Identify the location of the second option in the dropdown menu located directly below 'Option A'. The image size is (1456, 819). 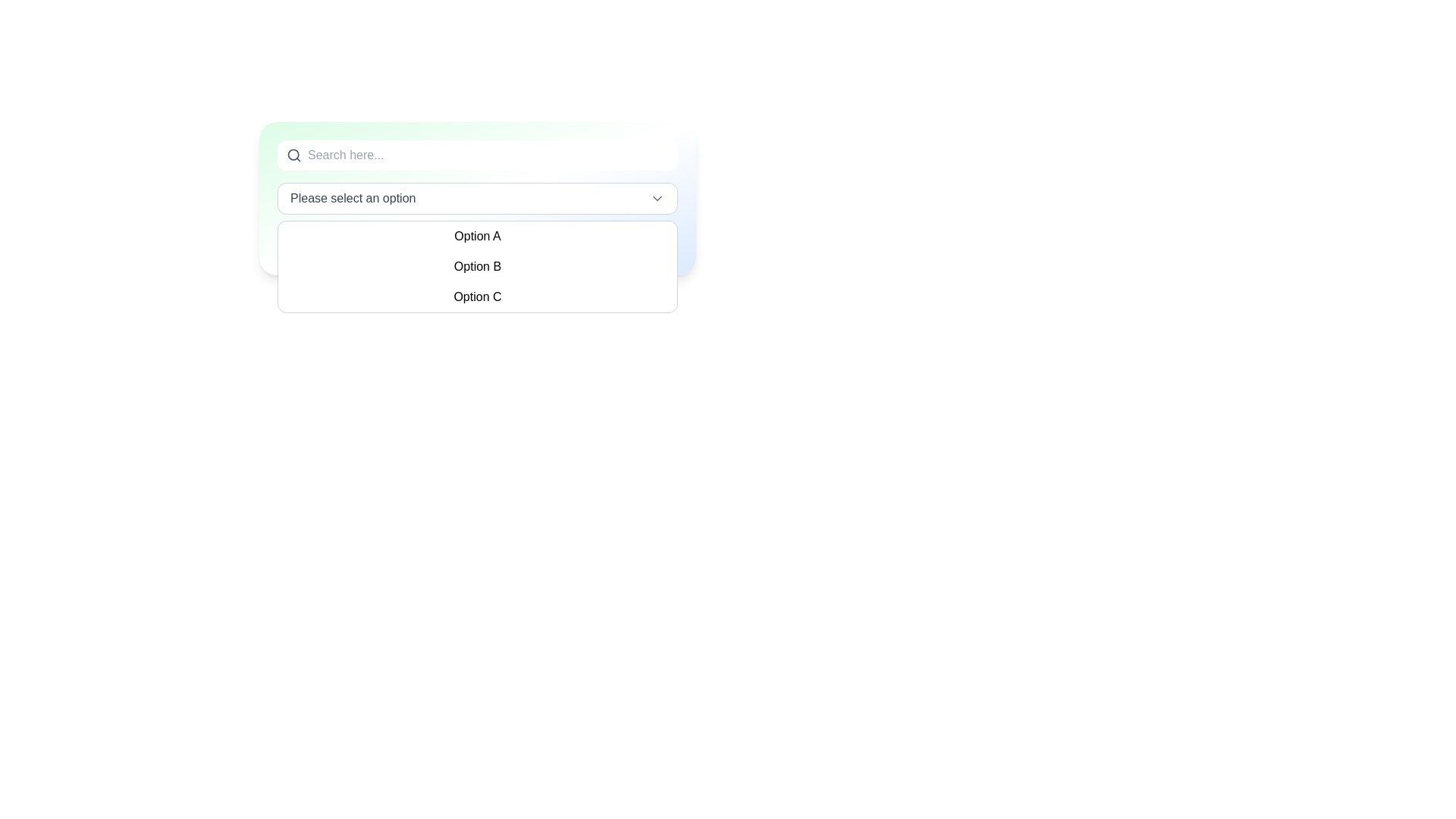
(476, 265).